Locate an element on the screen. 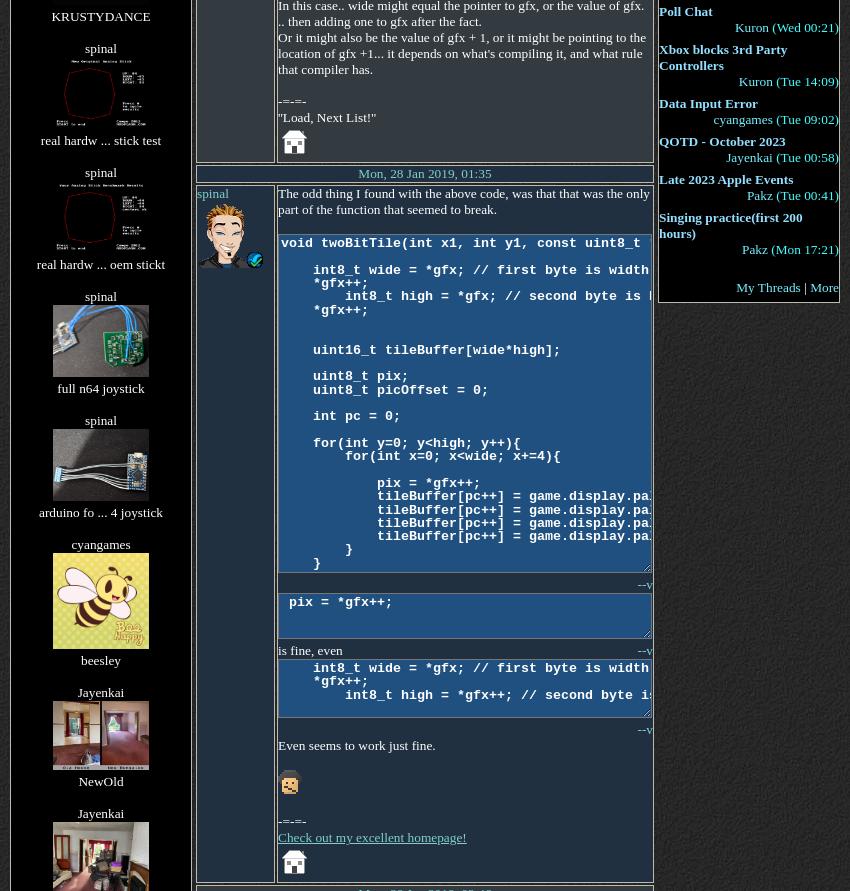  'is fine, even' is located at coordinates (309, 649).